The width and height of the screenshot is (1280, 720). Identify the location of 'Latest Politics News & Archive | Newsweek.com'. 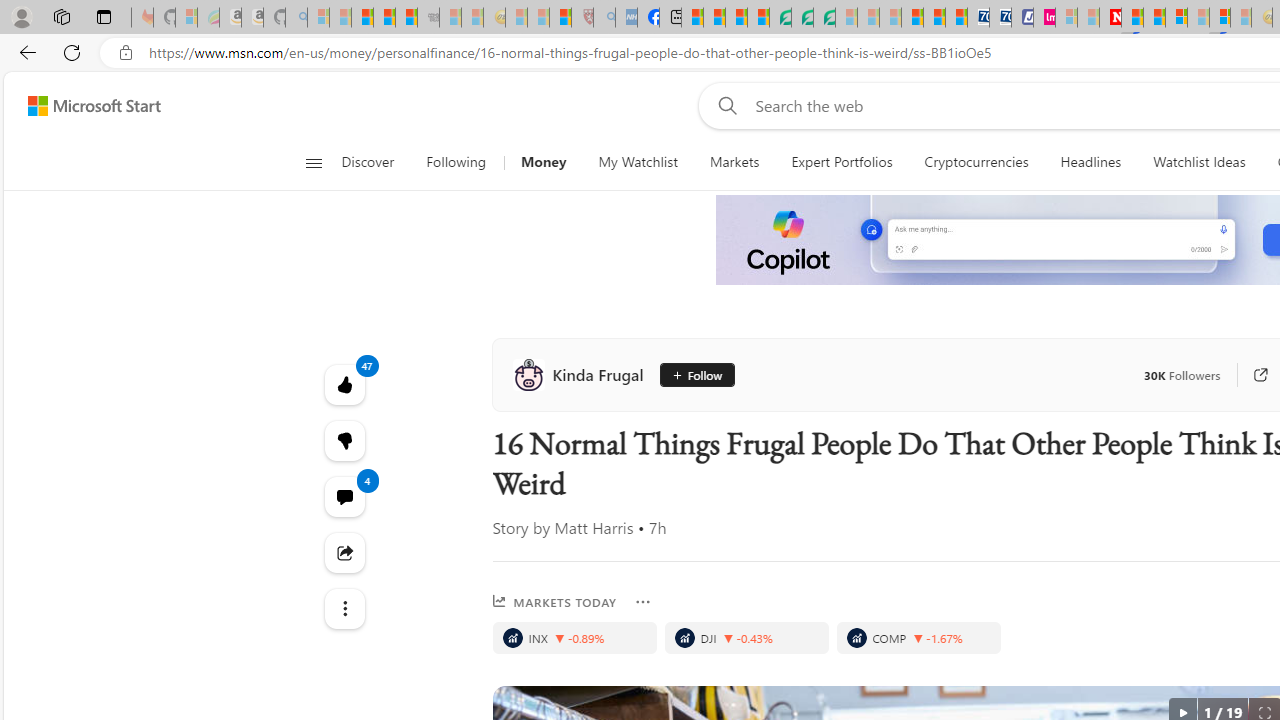
(1109, 17).